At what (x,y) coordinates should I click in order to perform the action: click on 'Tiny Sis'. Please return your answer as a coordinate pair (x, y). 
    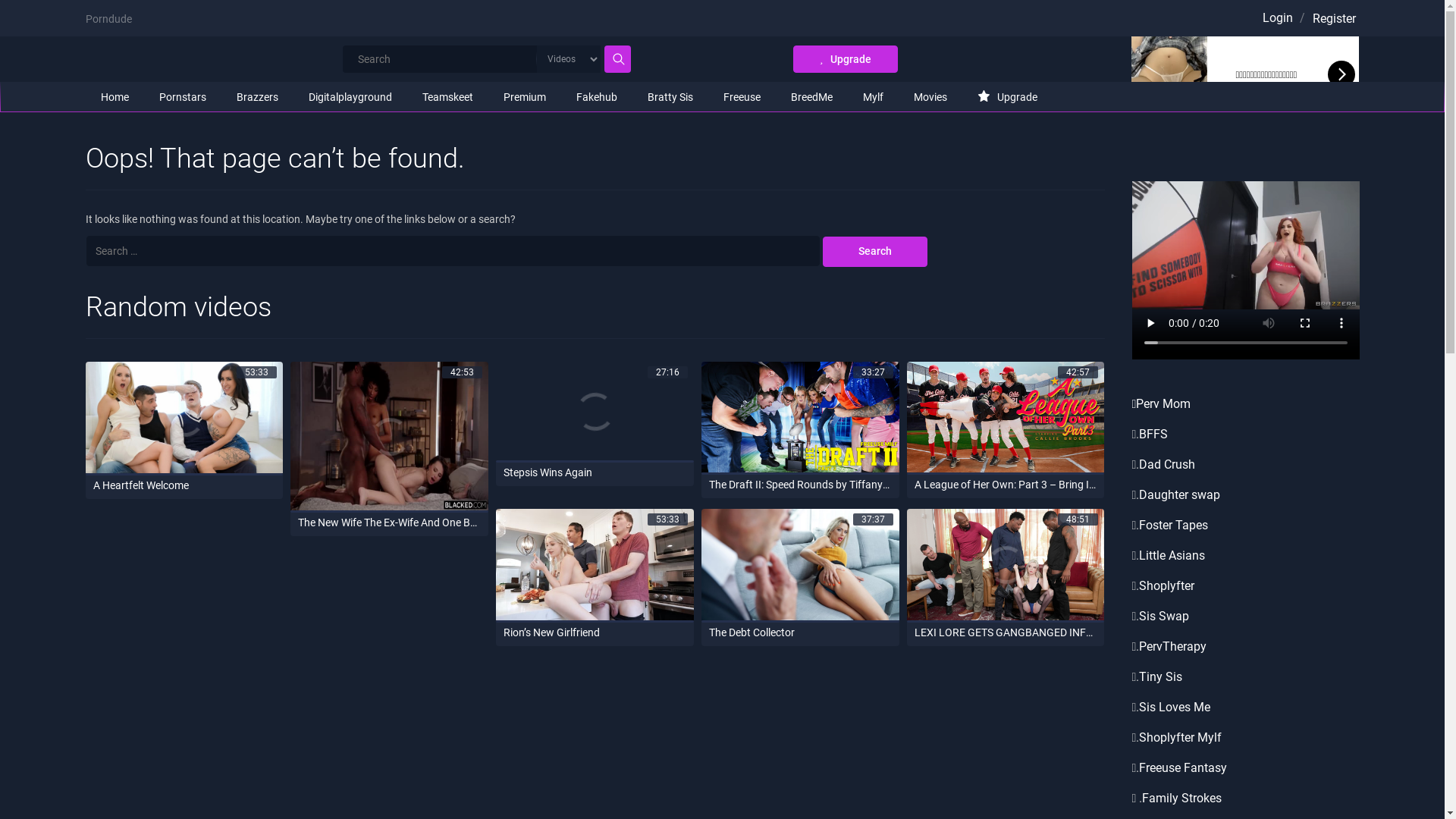
    Looking at the image, I should click on (1159, 676).